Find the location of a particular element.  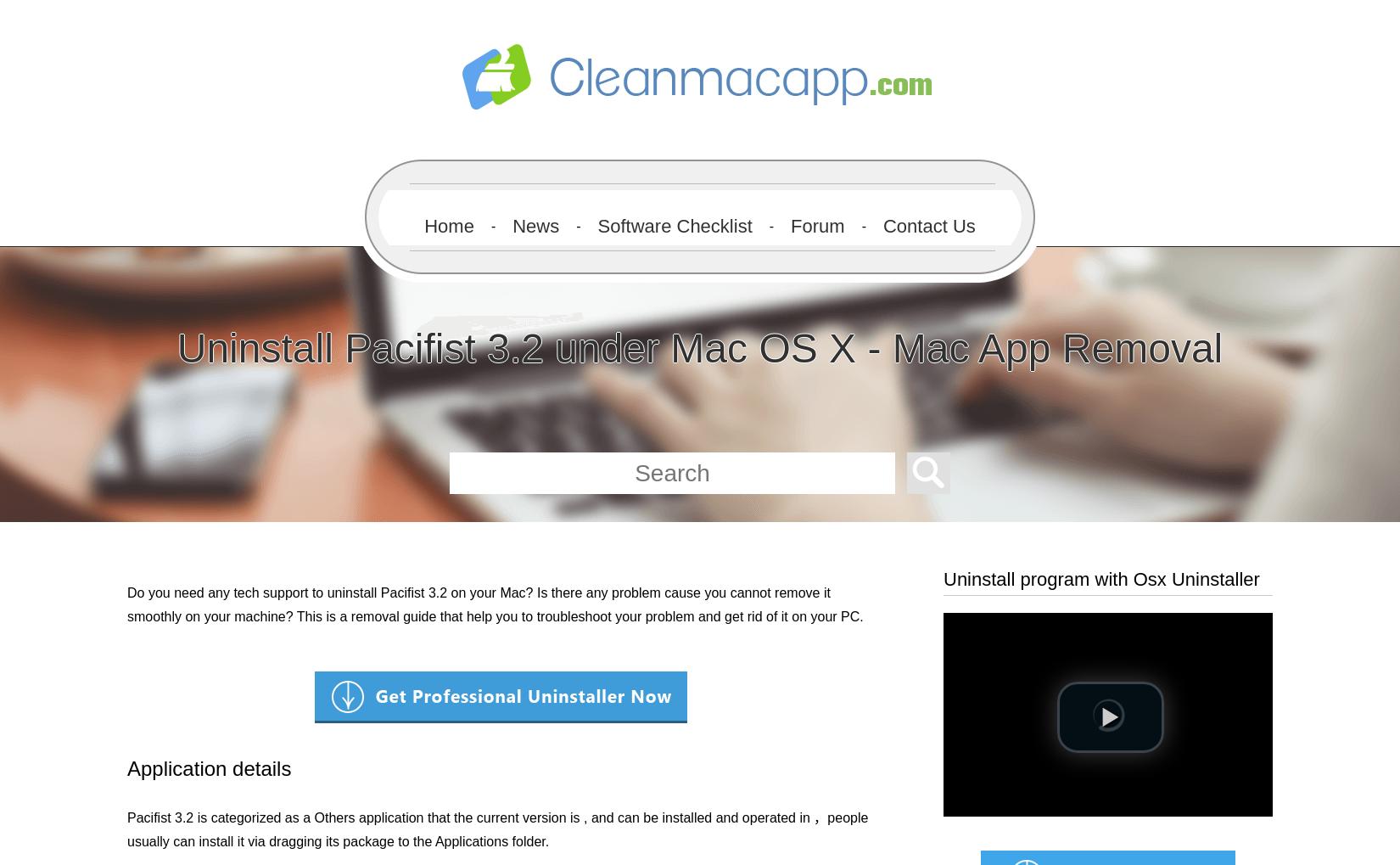

'Uninstall Pacifist 3.2  under Mac OS X - Mac App Removal' is located at coordinates (176, 347).